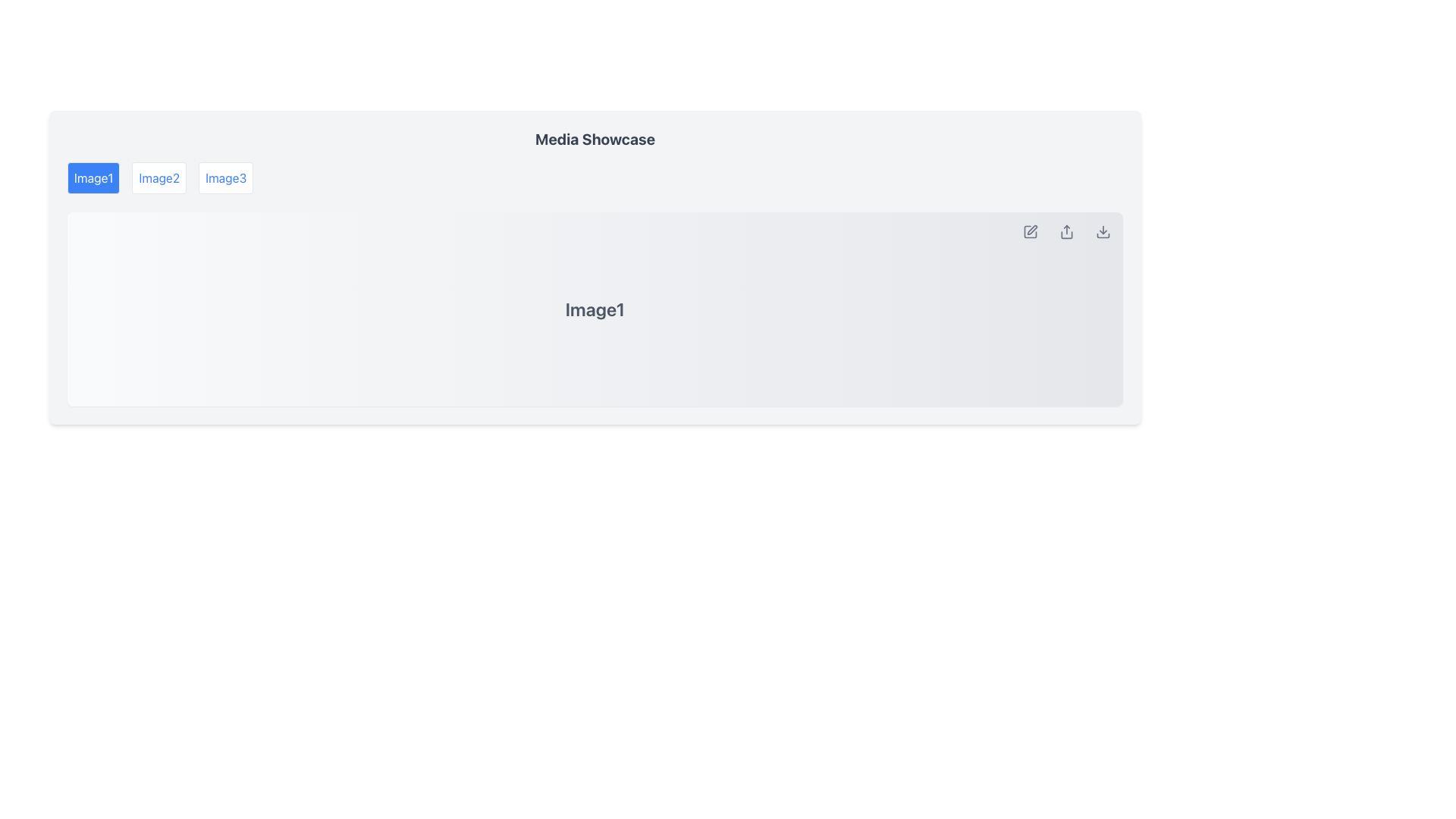 The image size is (1456, 819). What do you see at coordinates (1065, 231) in the screenshot?
I see `the share button icon, which is the second icon from the right in the top right corner of the content area, to share the content` at bounding box center [1065, 231].